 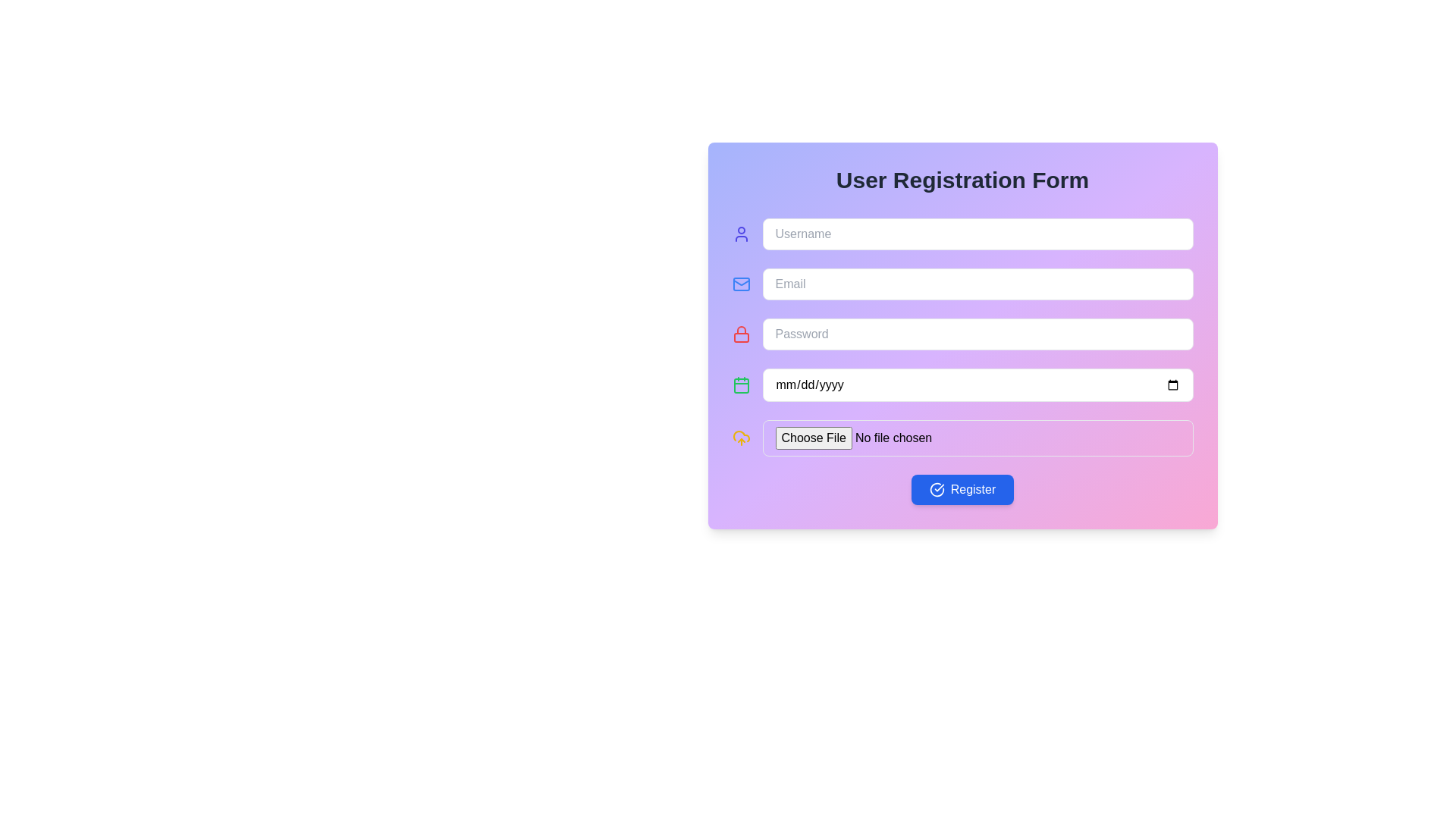 I want to click on the input field for entering a username, which is visually represented by the icon located at the top-left of the 'Username' input row in the user registration form, so click(x=741, y=234).